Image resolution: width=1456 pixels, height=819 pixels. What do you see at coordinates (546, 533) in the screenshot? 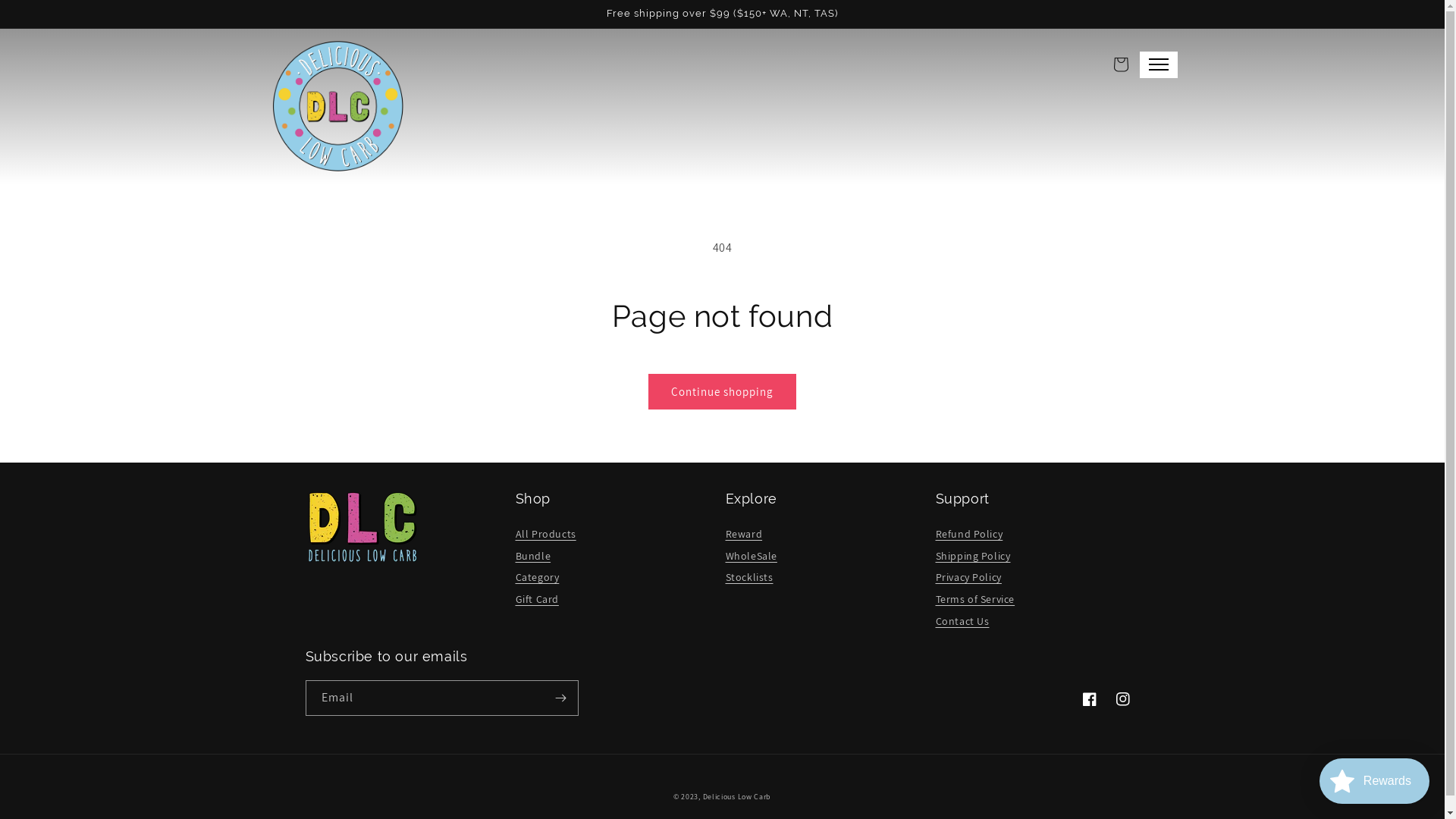
I see `'All Products'` at bounding box center [546, 533].